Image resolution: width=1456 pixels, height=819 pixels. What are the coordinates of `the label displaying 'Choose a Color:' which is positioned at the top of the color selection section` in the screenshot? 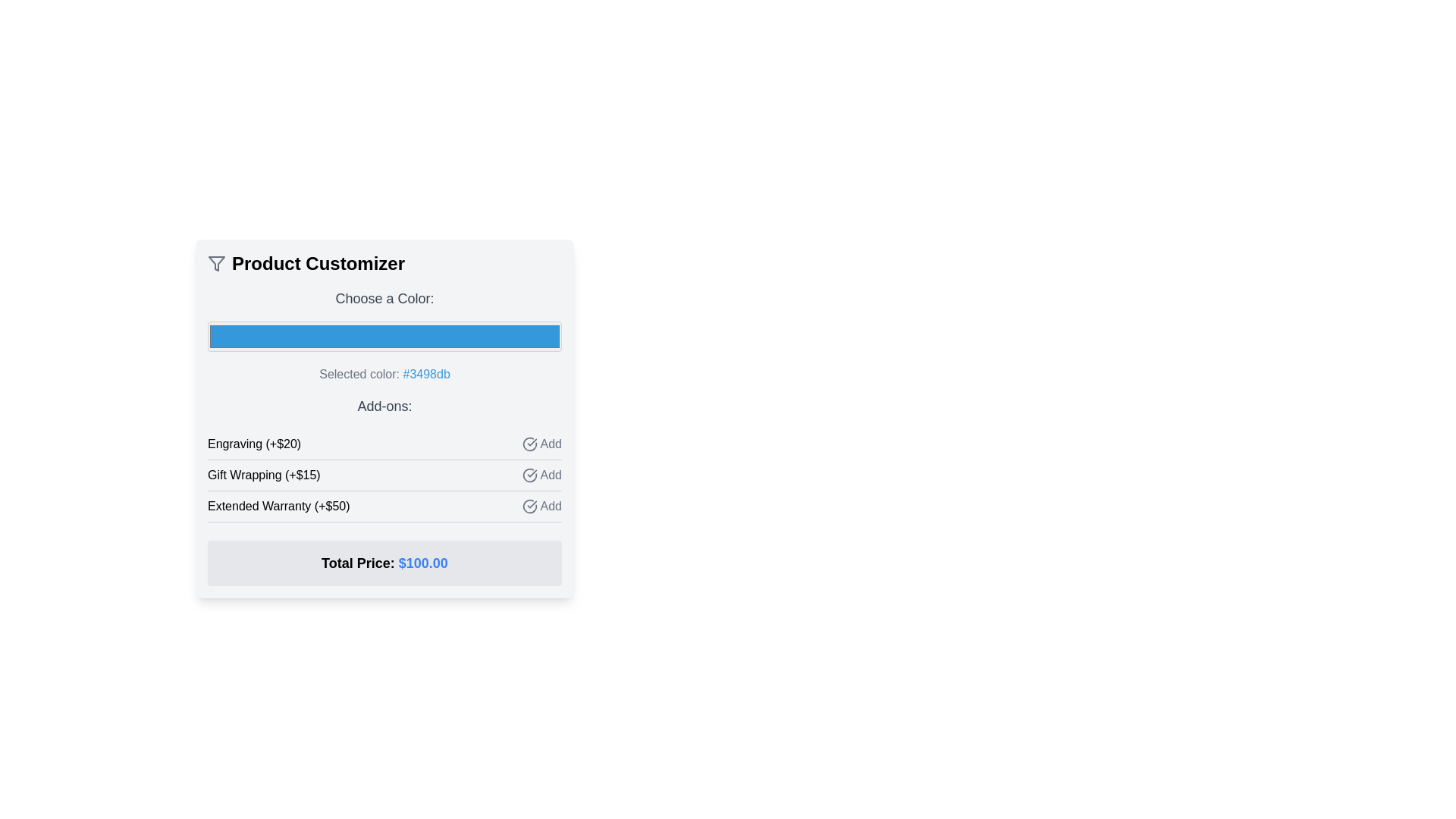 It's located at (384, 298).